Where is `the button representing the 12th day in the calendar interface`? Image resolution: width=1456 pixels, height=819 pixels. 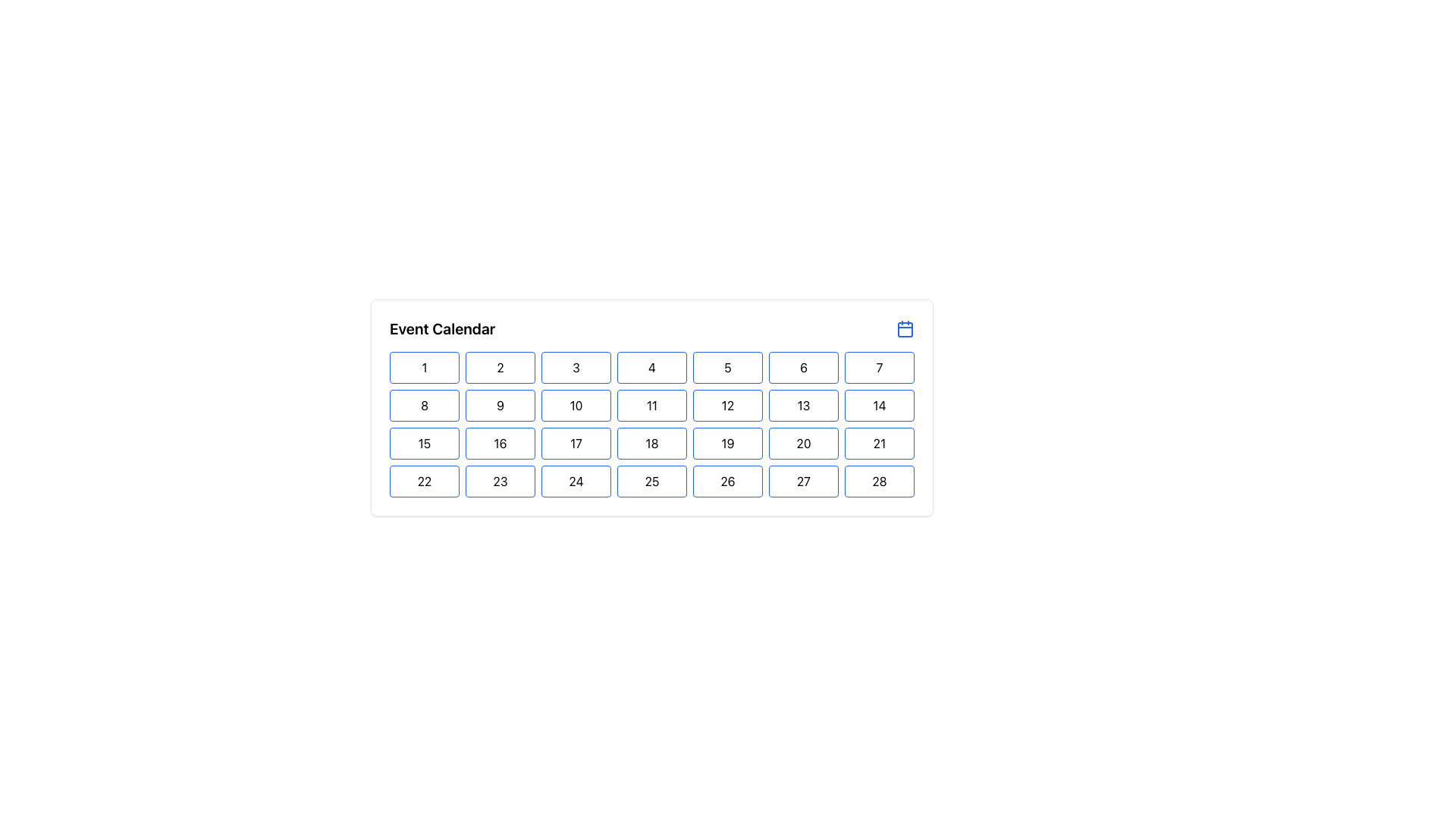 the button representing the 12th day in the calendar interface is located at coordinates (728, 405).